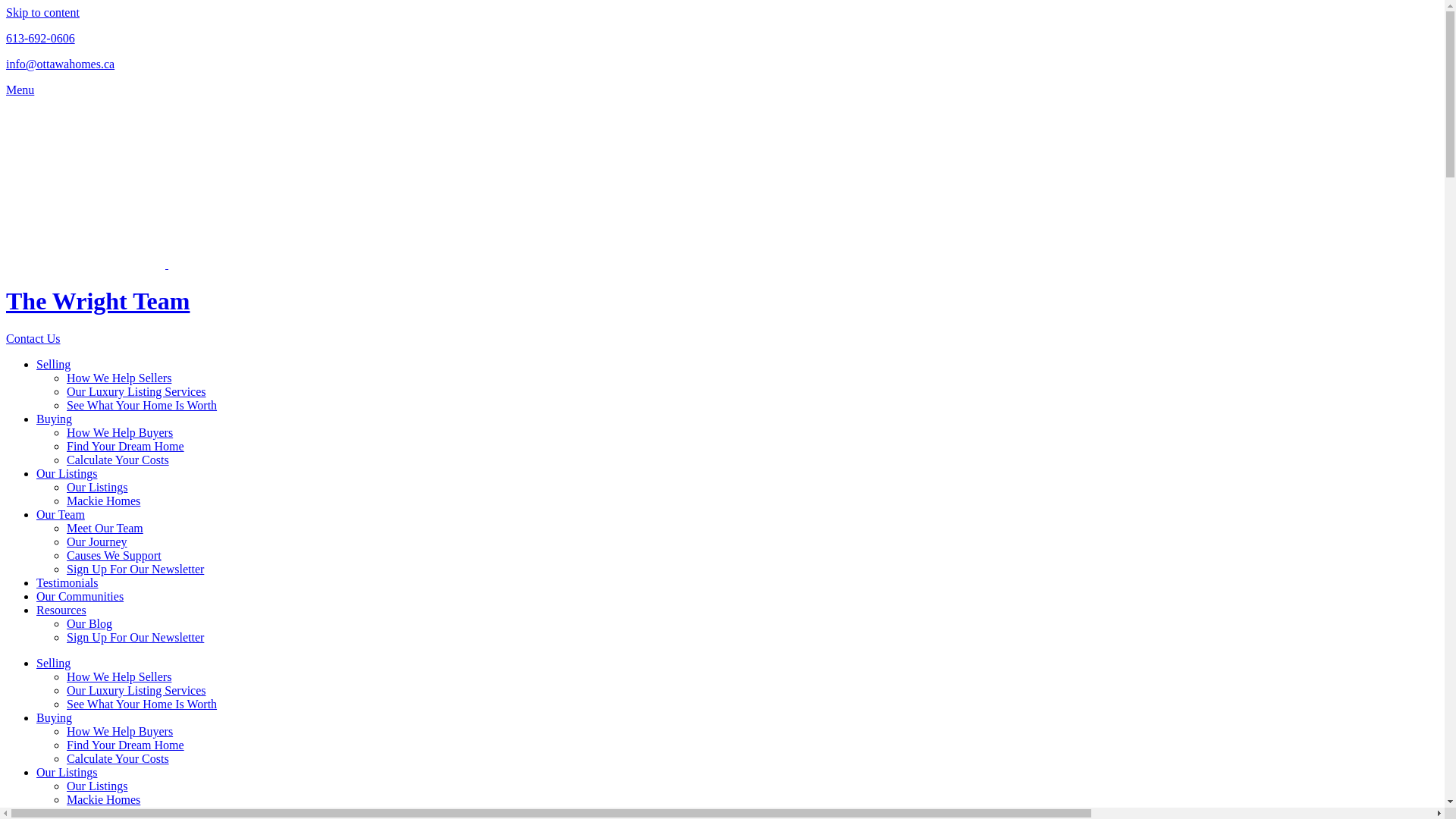  Describe the element at coordinates (142, 704) in the screenshot. I see `'See What Your Home Is Worth'` at that location.